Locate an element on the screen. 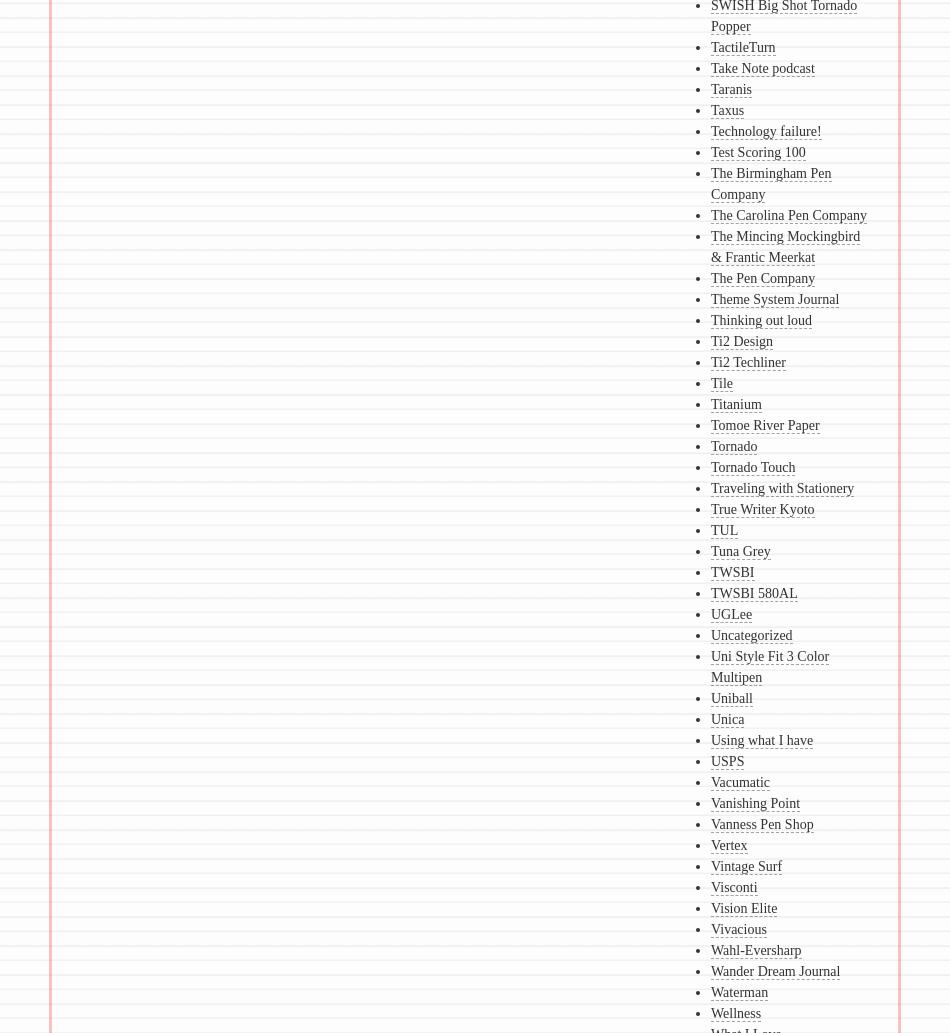 This screenshot has height=1033, width=950. 'The Pen Company' is located at coordinates (761, 277).